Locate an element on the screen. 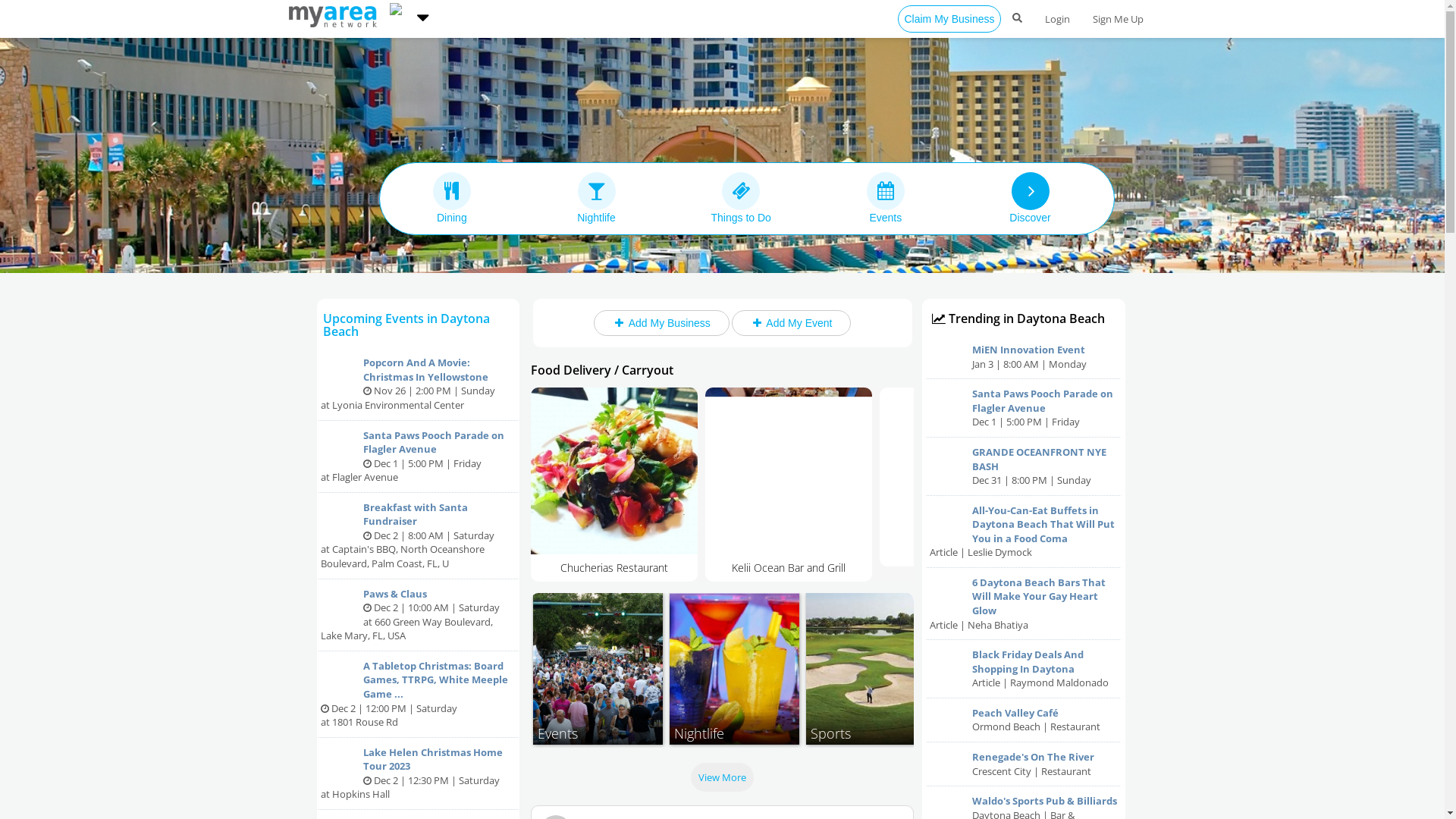 This screenshot has height=819, width=1456. 'Renegade's On The River is located at coordinates (1023, 764).